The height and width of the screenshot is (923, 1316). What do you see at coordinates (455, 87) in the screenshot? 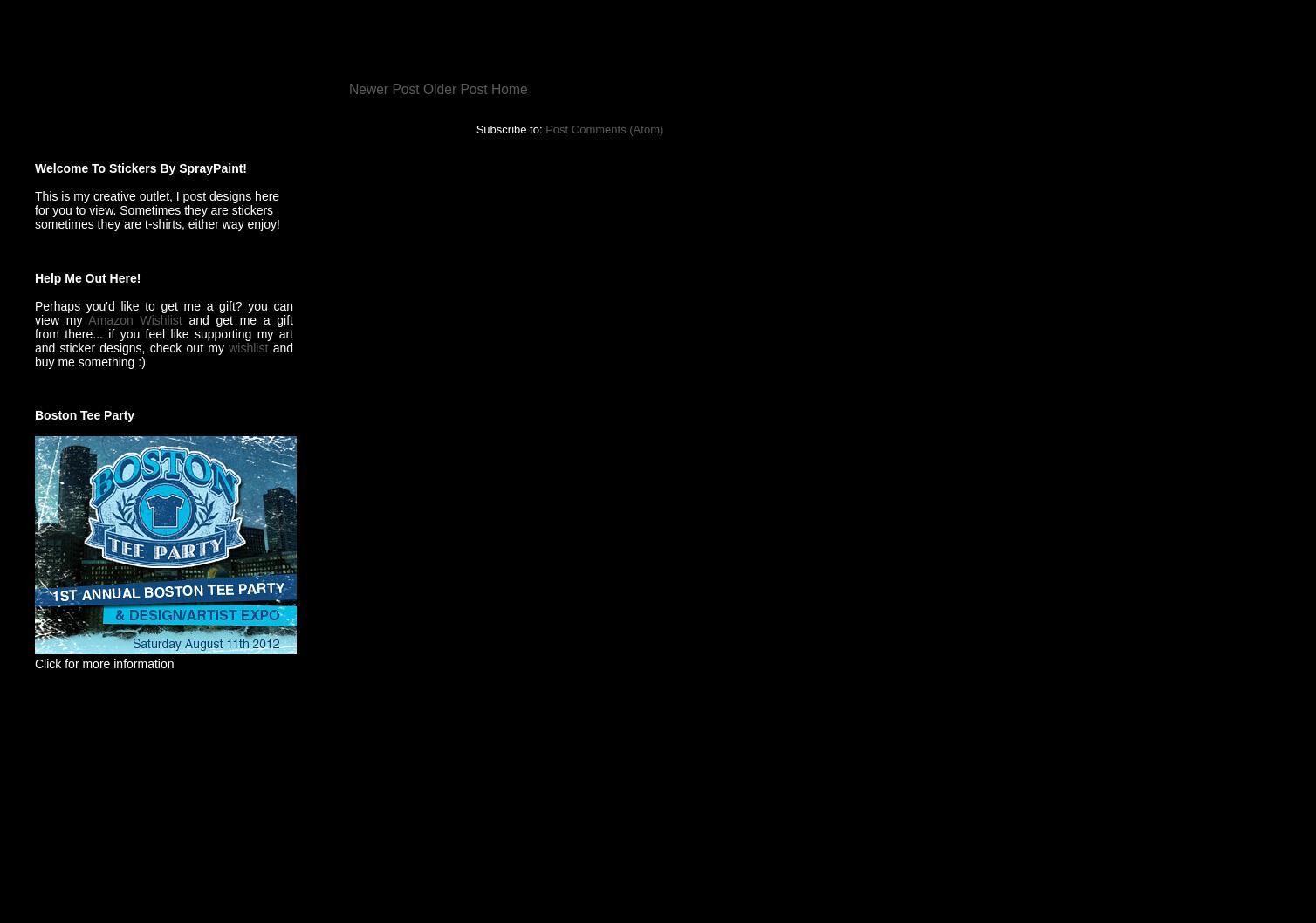
I see `'Older Post'` at bounding box center [455, 87].